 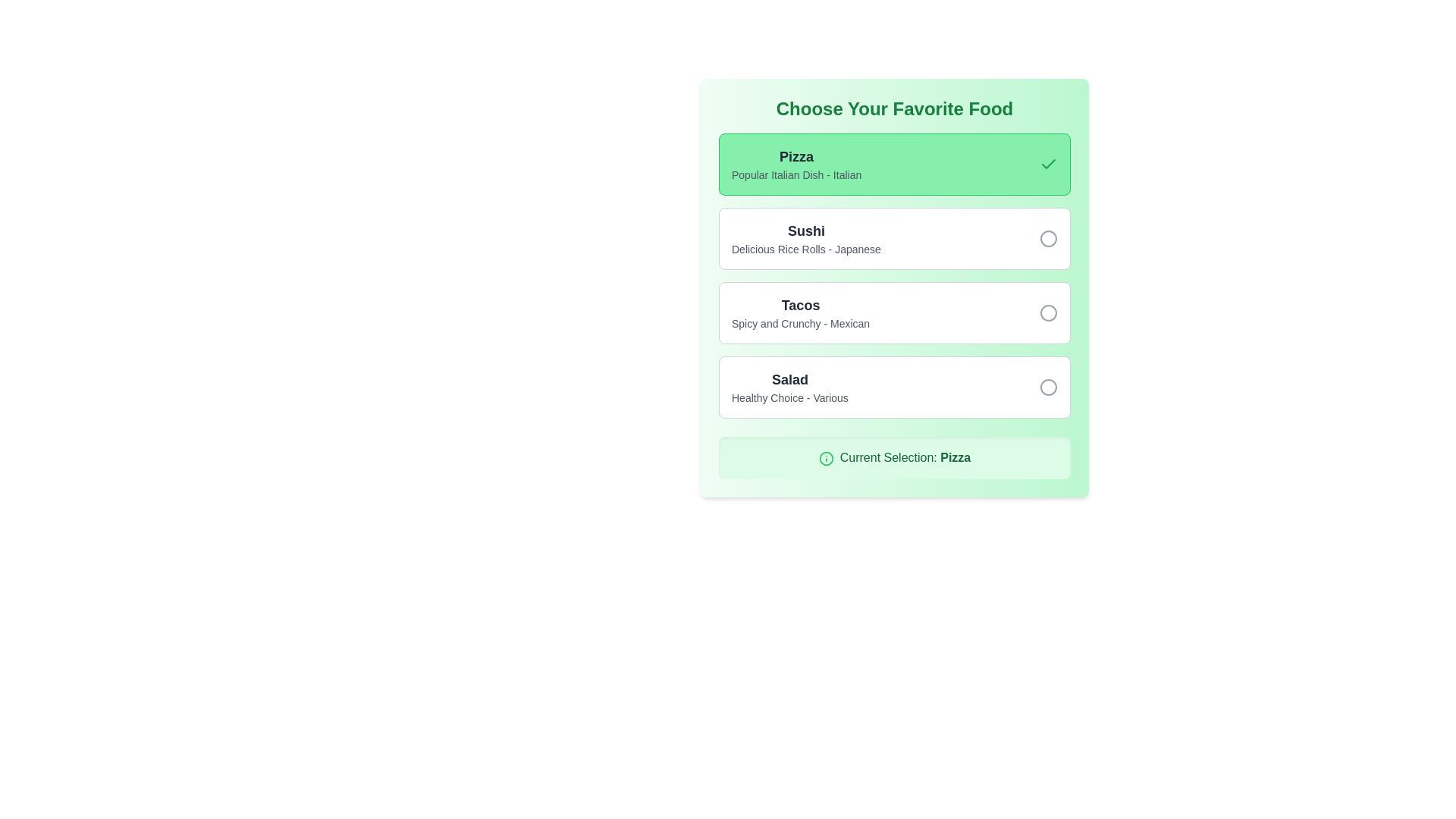 I want to click on text displayed in the heading that says 'Choose Your Favorite Food', which is styled in a bold font and centered at the top of the panel, so click(x=895, y=108).